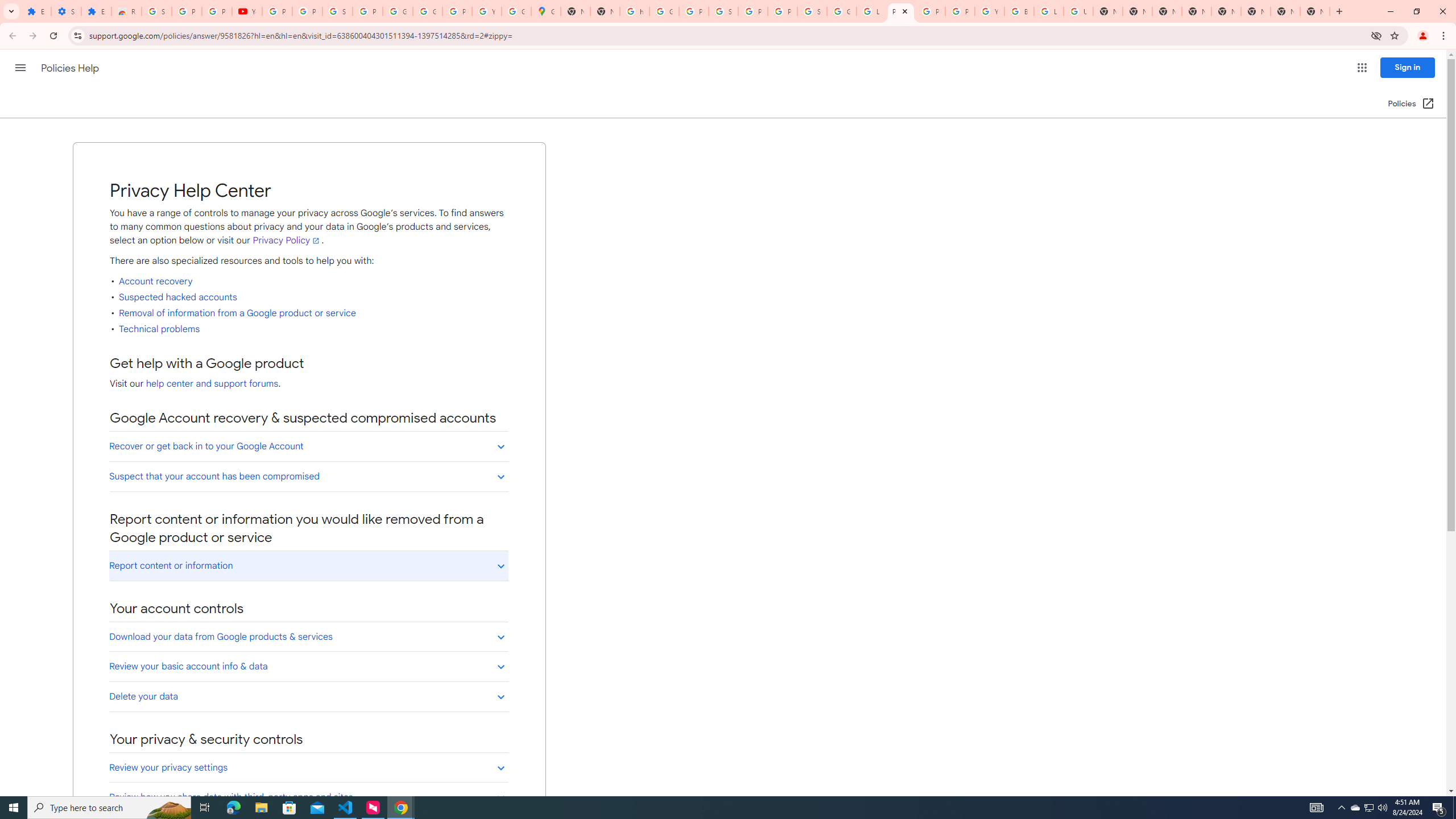 The width and height of the screenshot is (1456, 819). I want to click on 'New Tab', so click(1314, 11).